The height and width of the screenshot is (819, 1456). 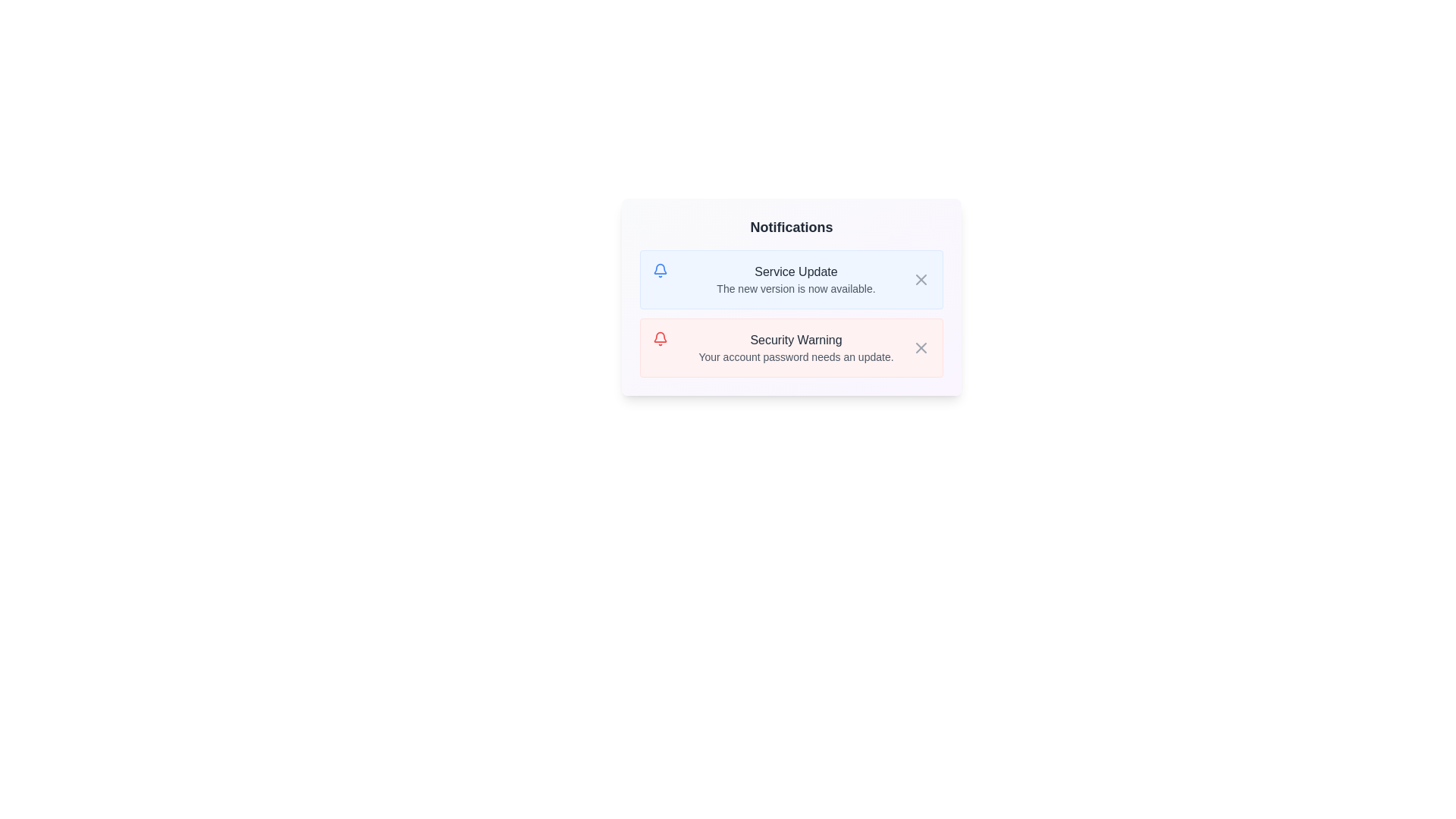 I want to click on the textual notification displaying 'Service Update' with a description 'The new version is now available.', so click(x=795, y=280).